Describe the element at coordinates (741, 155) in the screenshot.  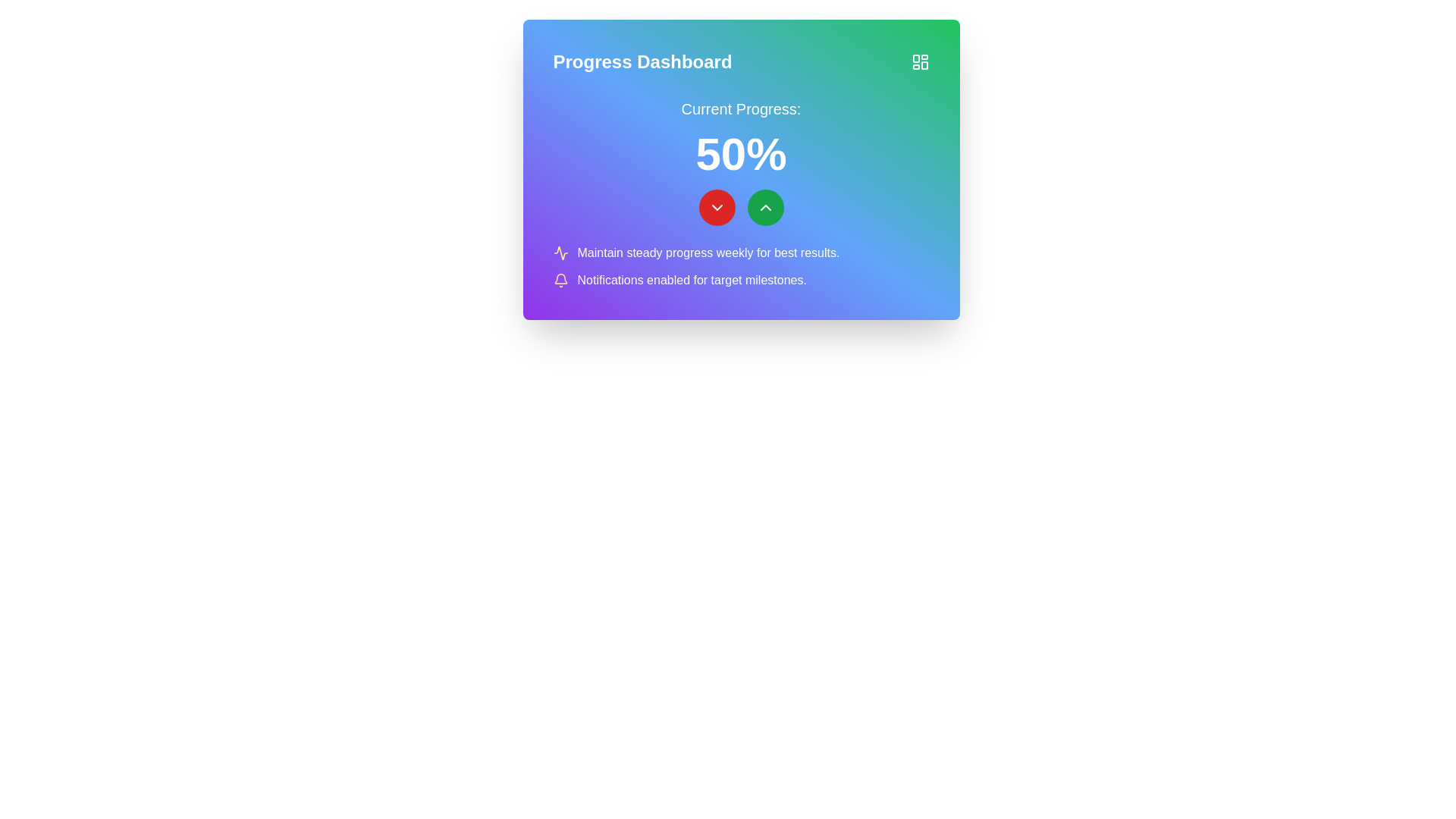
I see `the static textual element displaying the current progress percentage, located beneath 'Current Progress:' in the 'Progress Dashboard' interface` at that location.